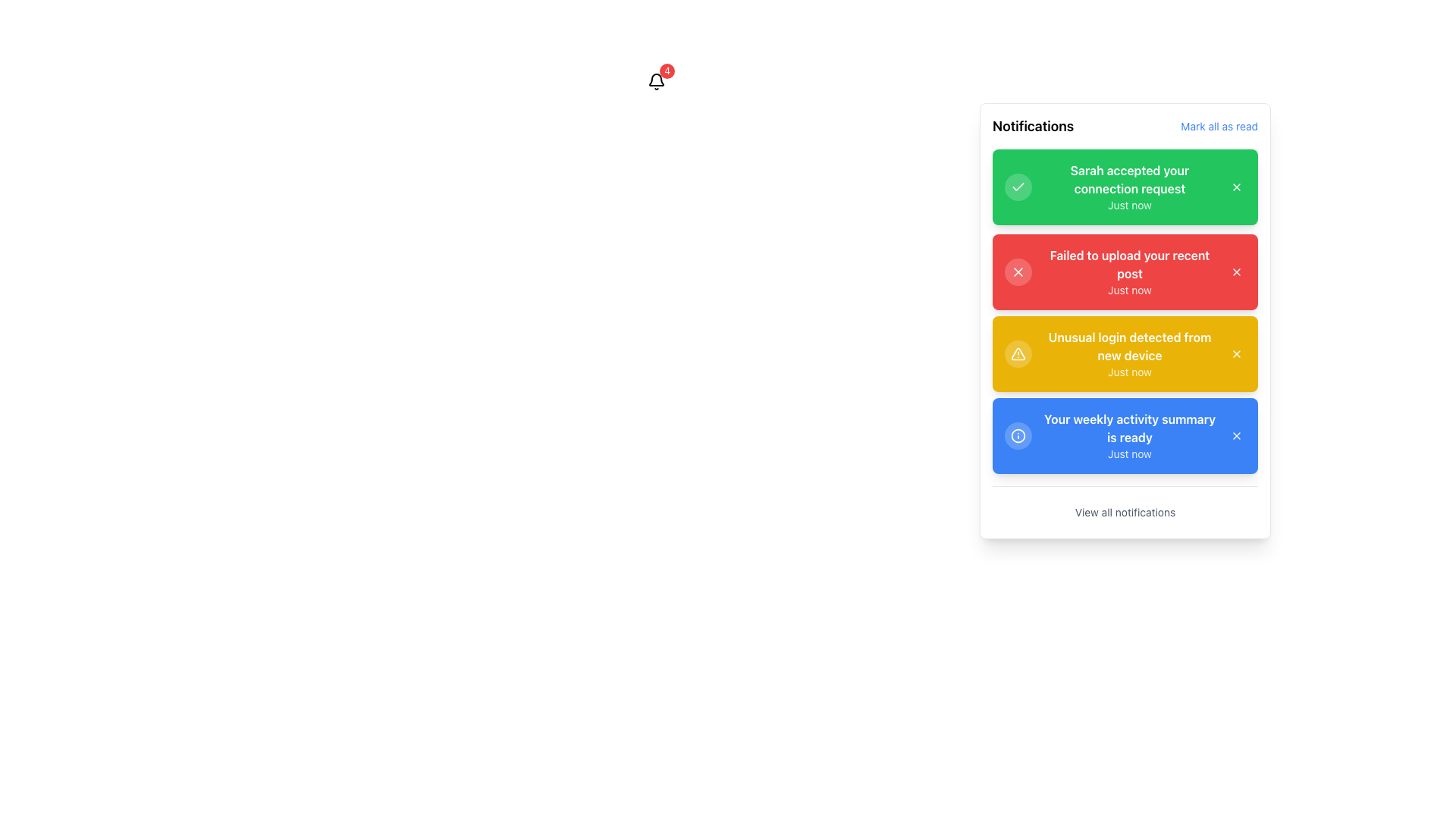 This screenshot has width=1456, height=819. I want to click on text of the Timestamp label located underneath the bold text 'Failed to upload your recent post' in the second notification card from the top, so click(1129, 290).